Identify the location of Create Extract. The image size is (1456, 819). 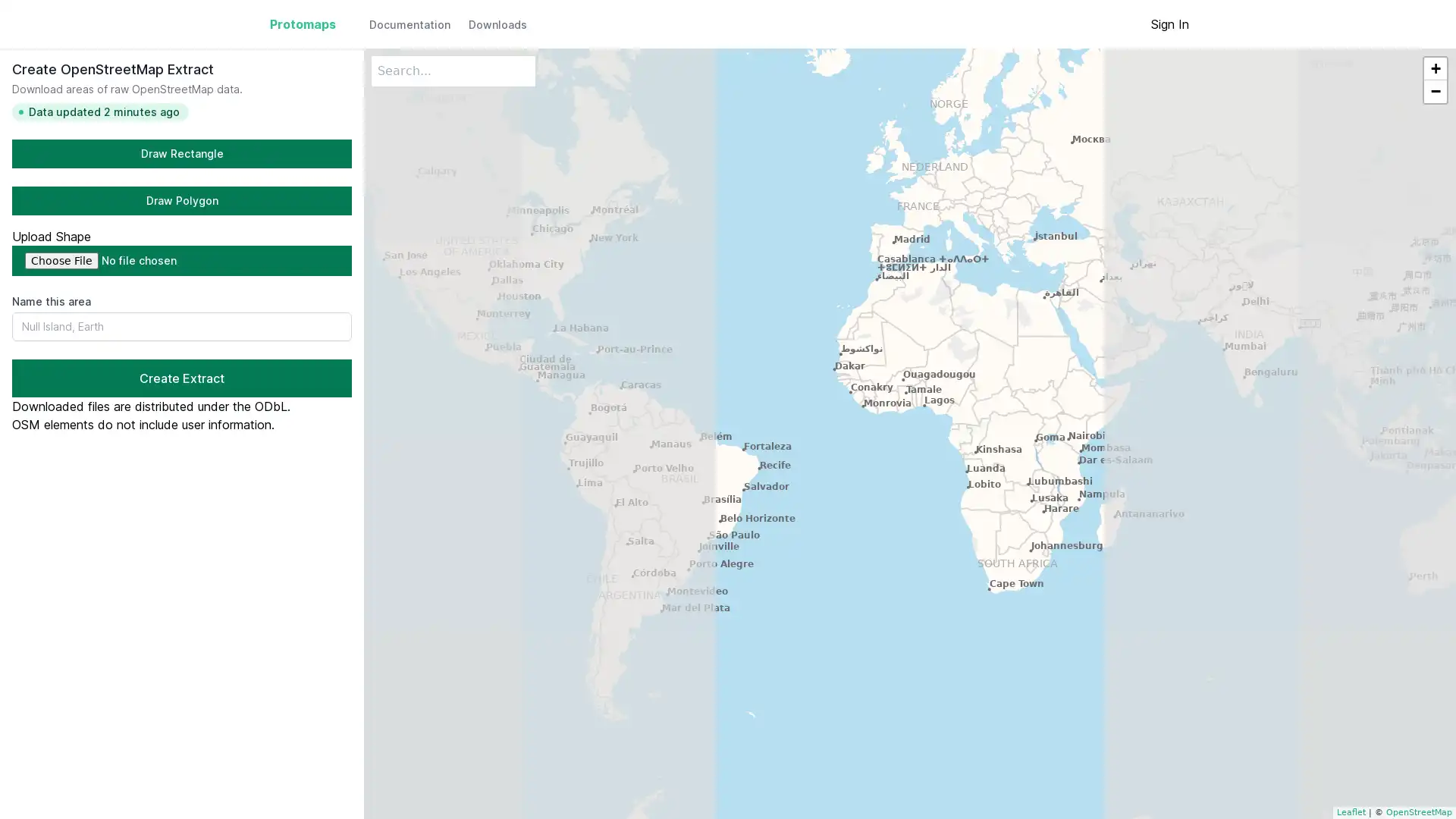
(182, 377).